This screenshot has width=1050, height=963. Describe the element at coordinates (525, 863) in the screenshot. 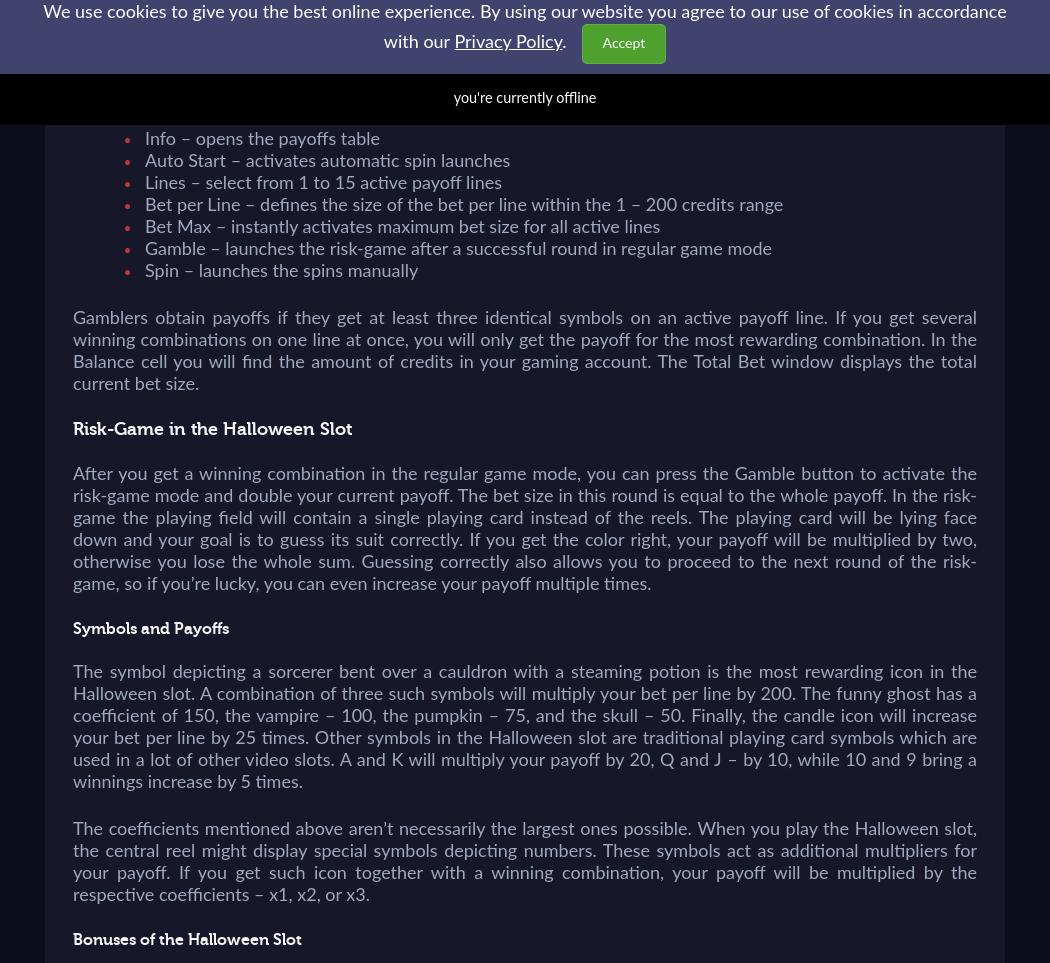

I see `'The coefficients mentioned above aren’t necessarily the largest ones possible. When you play the Halloween slot, the central reel might display special symbols depicting numbers. These symbols act as additional multipliers for your payoff. If you get such icon together with a winning combination, your payoff will be multiplied by the respective coefficients – x1, x2, or x3.'` at that location.